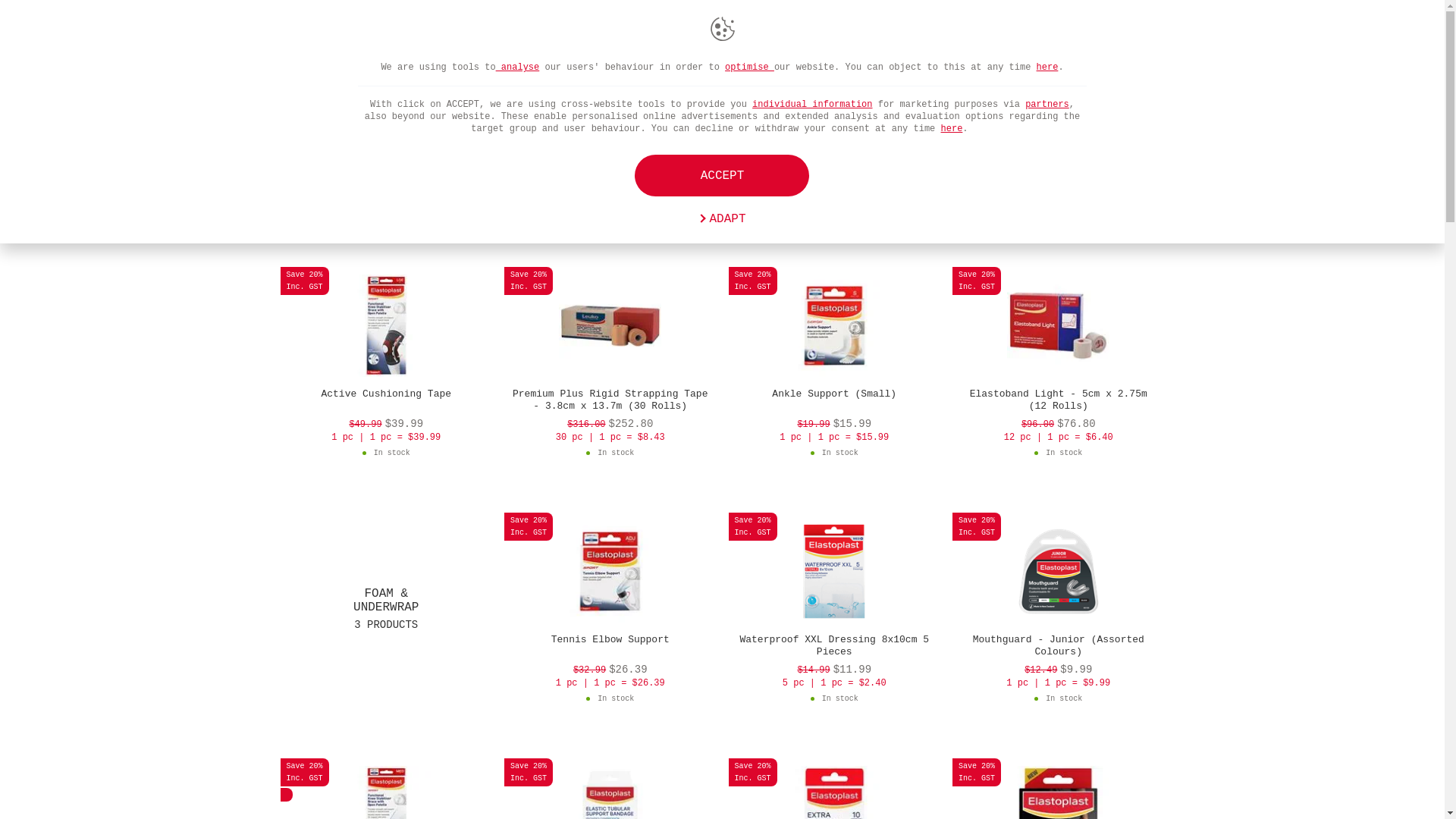 The height and width of the screenshot is (819, 1456). I want to click on 'Your Elastoplast Account', so click(1095, 32).